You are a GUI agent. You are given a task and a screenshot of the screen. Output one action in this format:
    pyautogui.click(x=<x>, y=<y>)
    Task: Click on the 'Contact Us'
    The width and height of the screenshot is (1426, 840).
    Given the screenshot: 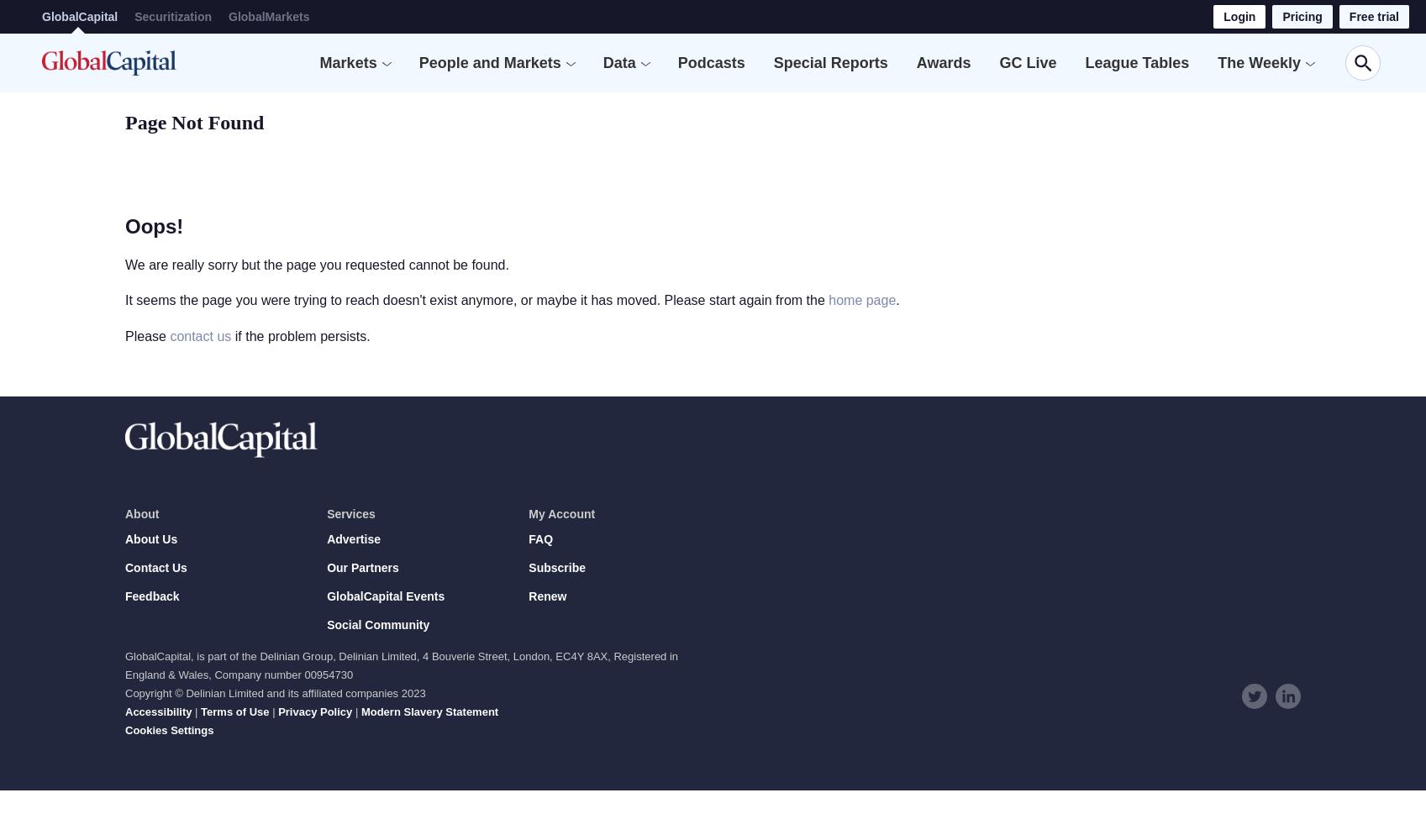 What is the action you would take?
    pyautogui.click(x=155, y=568)
    